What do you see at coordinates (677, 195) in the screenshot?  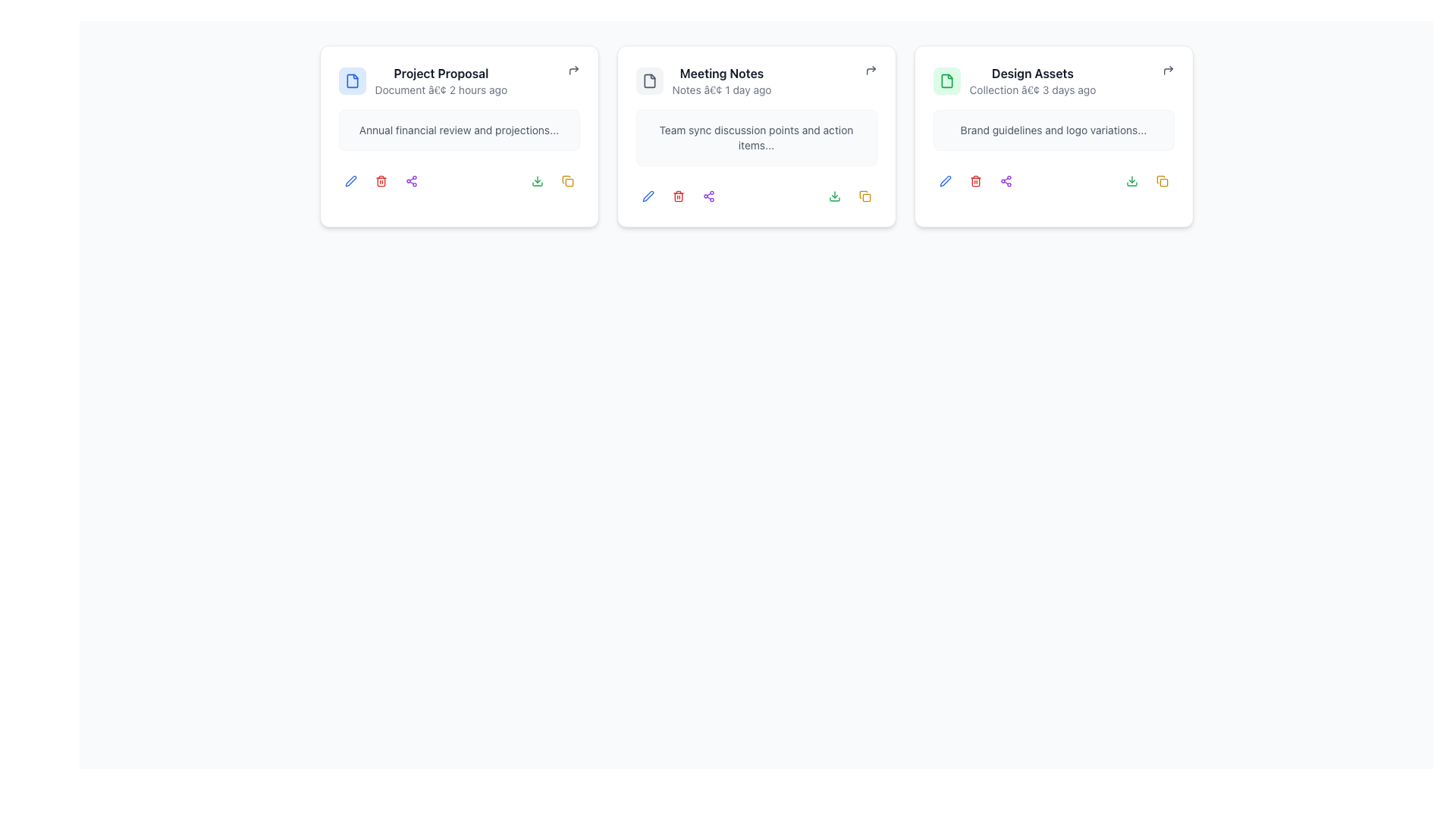 I see `the delete action button for 'Meeting Notes', which is the second icon from the left in the row of icons located centrally below the card's header` at bounding box center [677, 195].